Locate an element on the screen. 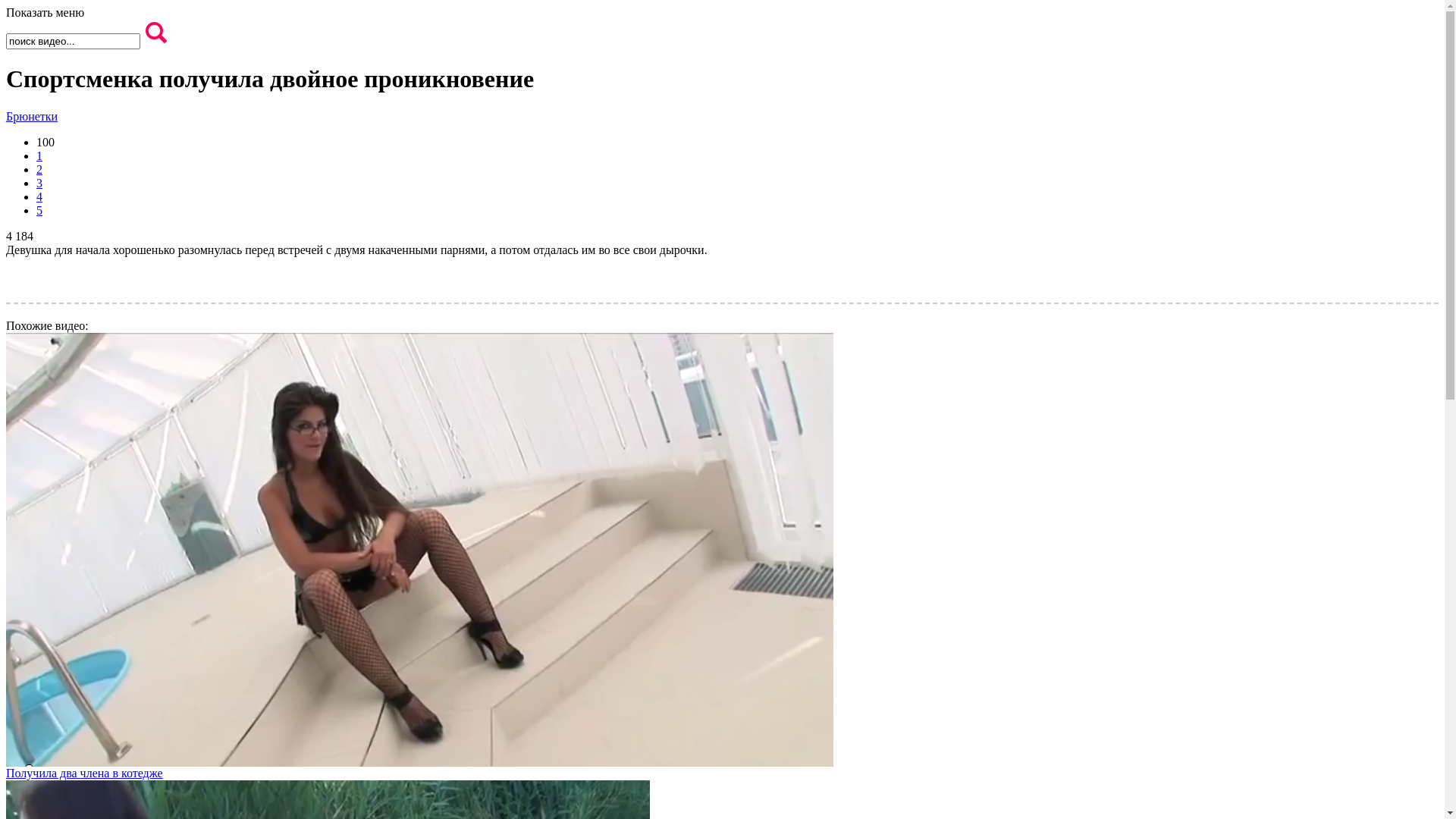 Image resolution: width=1456 pixels, height=819 pixels. '4' is located at coordinates (36, 196).